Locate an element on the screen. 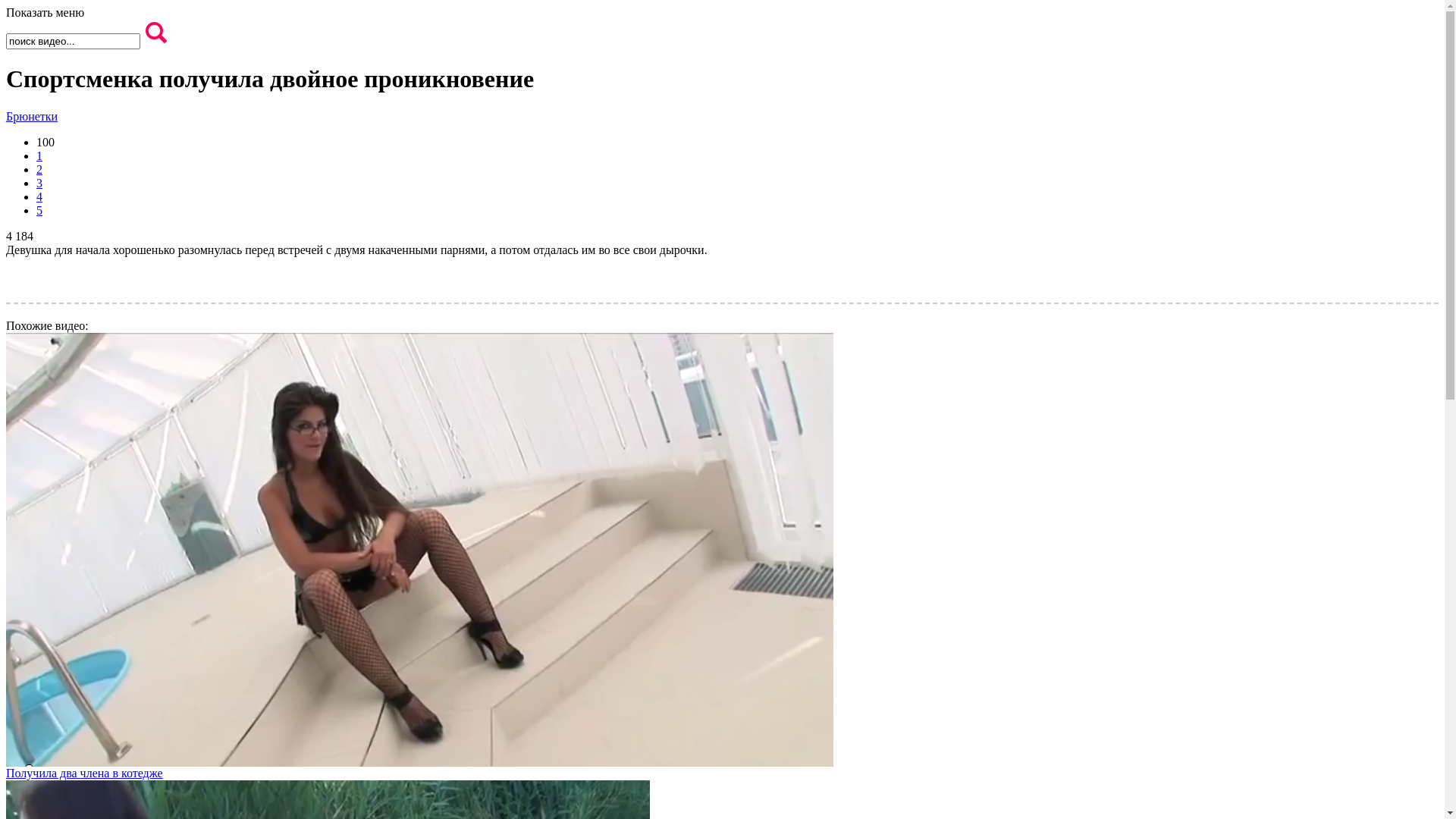 Image resolution: width=1456 pixels, height=819 pixels. '4' is located at coordinates (36, 196).